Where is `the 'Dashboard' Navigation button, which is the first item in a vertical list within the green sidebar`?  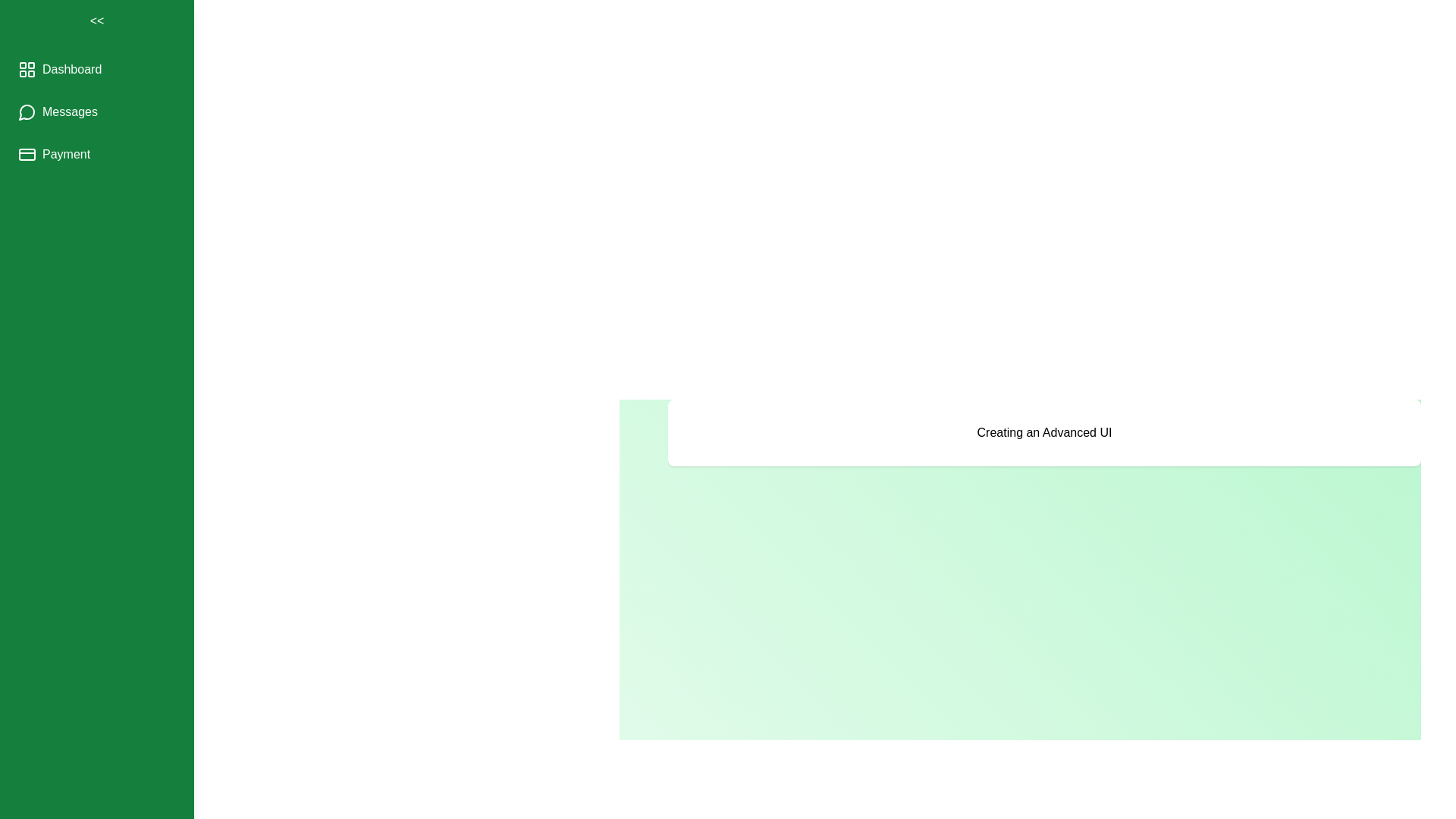
the 'Dashboard' Navigation button, which is the first item in a vertical list within the green sidebar is located at coordinates (60, 70).